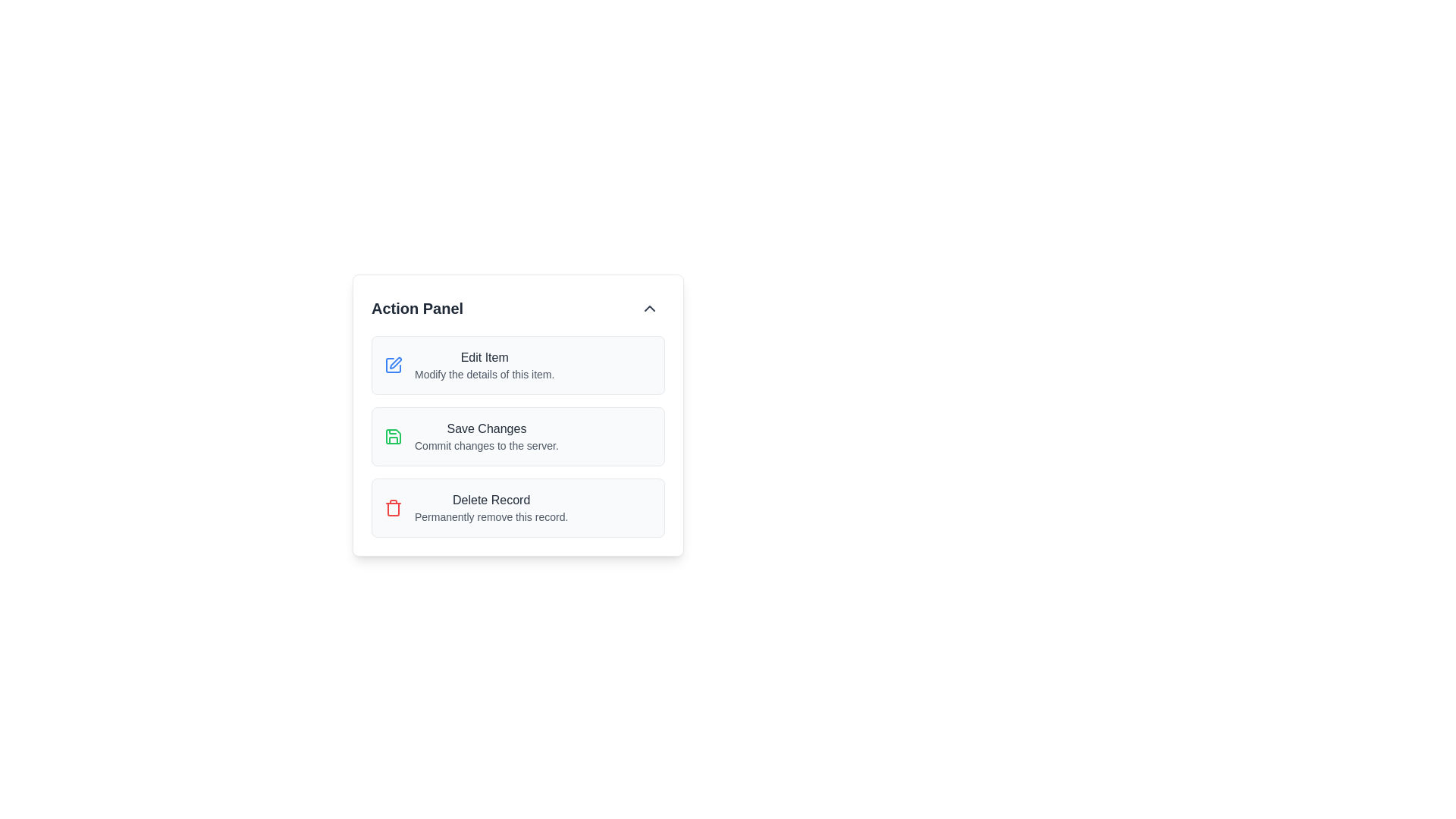 Image resolution: width=1456 pixels, height=819 pixels. I want to click on the informational block titled 'Delete Record', which includes a subtitle 'Permanently remove this record.' and is styled with a light gray background and rounded border, to activate hover effects, so click(491, 508).